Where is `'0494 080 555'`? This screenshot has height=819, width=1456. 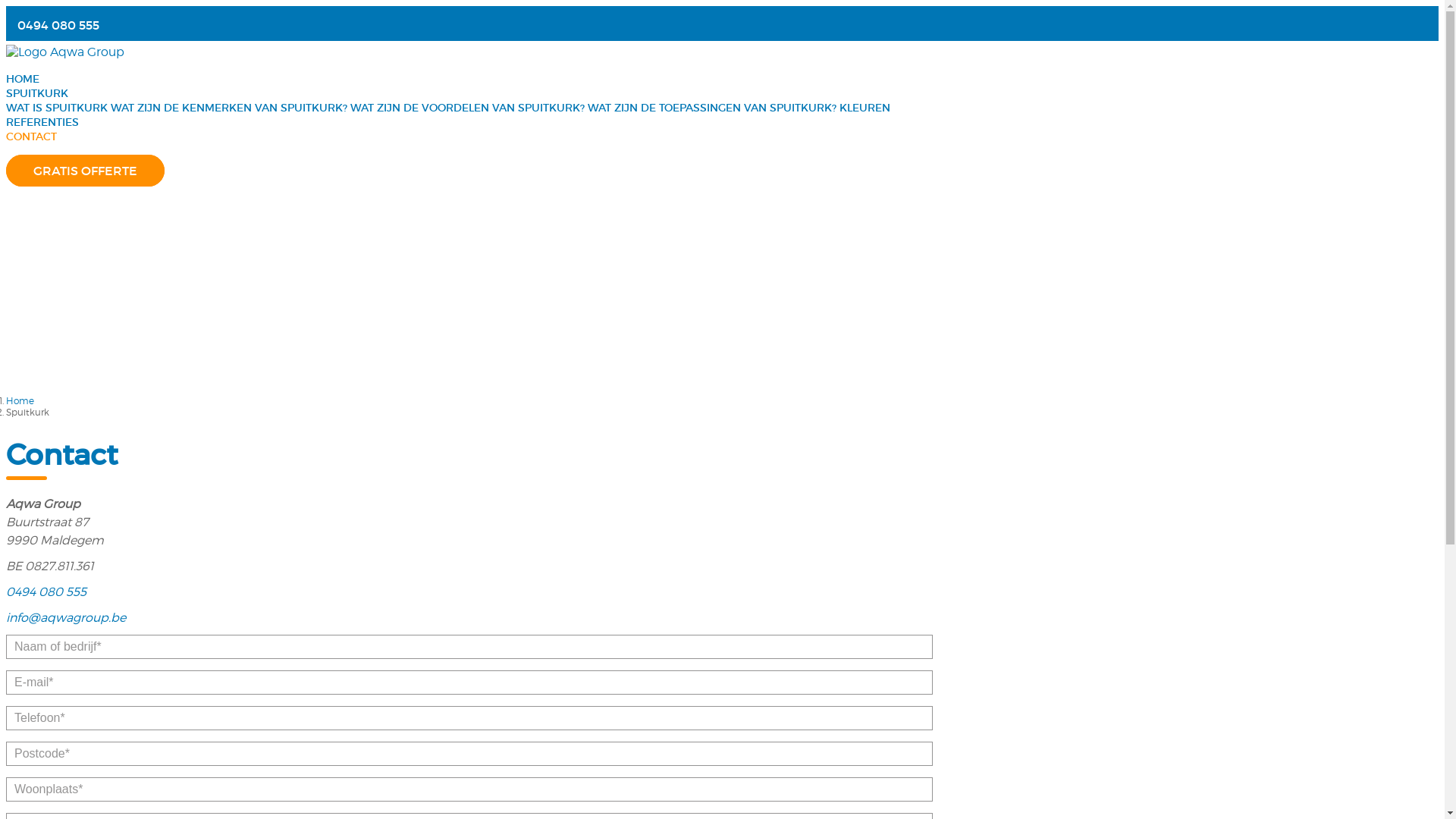
'0494 080 555' is located at coordinates (58, 25).